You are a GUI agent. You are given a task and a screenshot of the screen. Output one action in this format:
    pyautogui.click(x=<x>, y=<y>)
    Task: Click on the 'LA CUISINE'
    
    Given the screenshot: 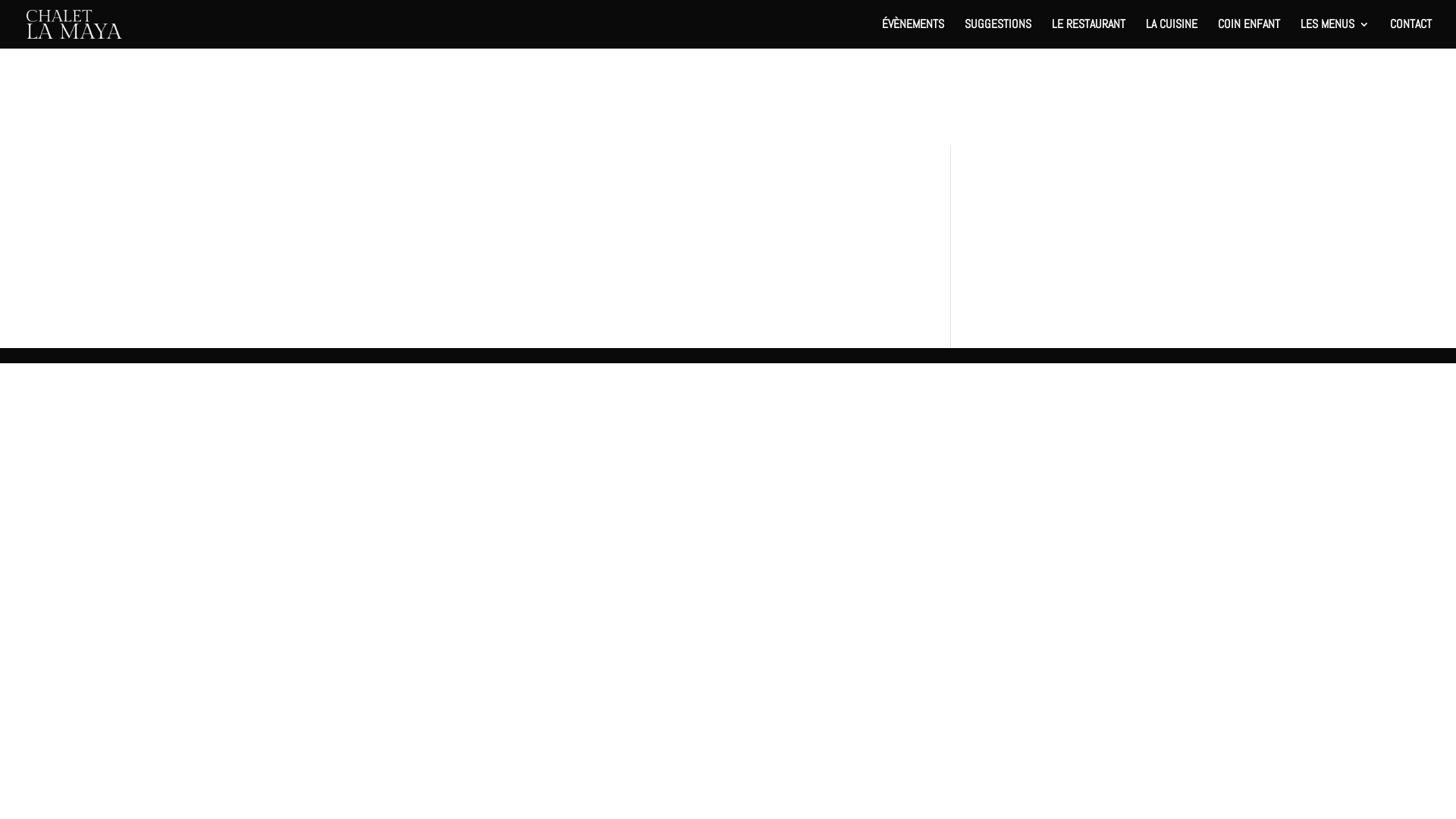 What is the action you would take?
    pyautogui.click(x=1146, y=33)
    